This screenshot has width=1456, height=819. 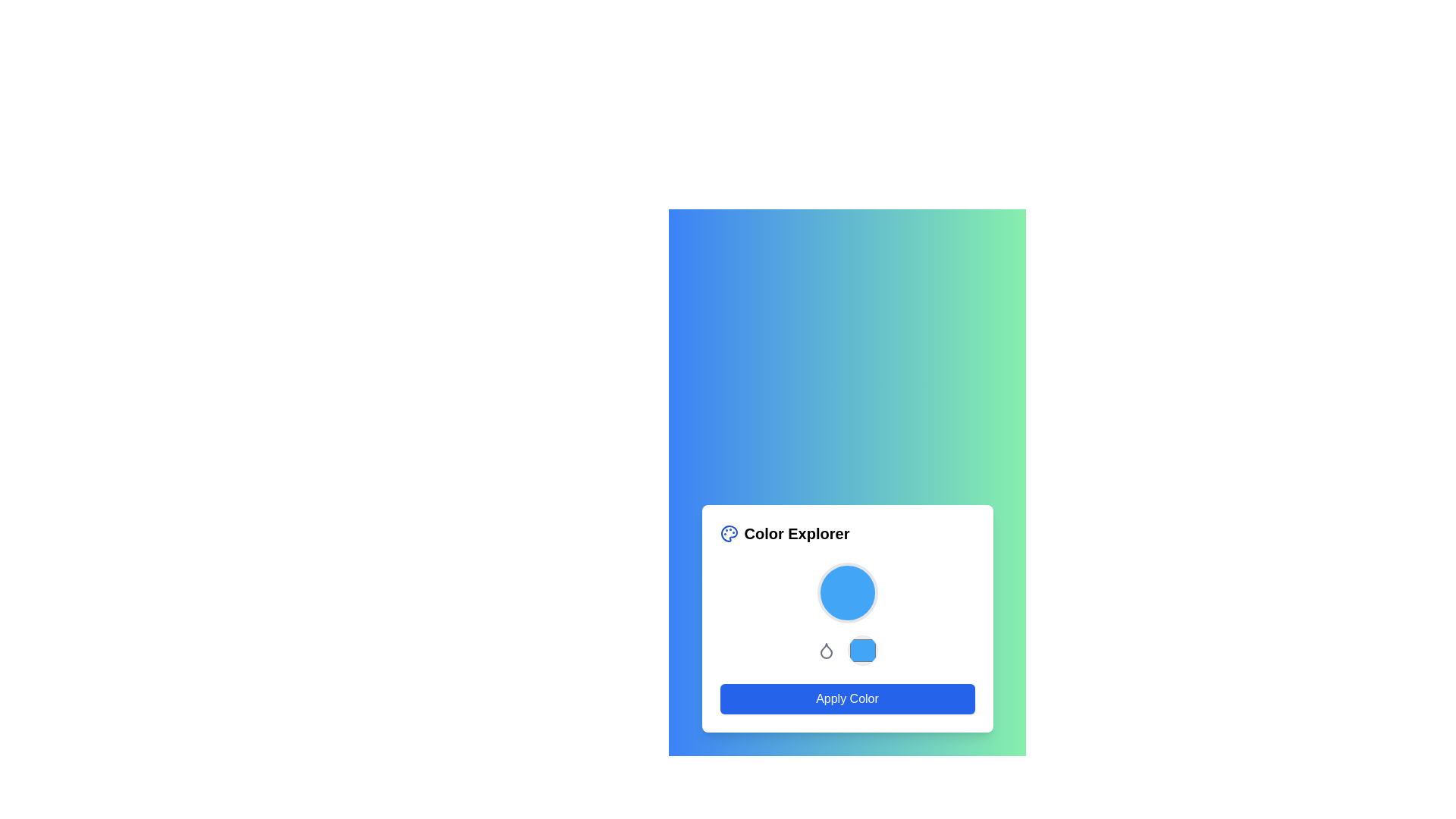 What do you see at coordinates (825, 650) in the screenshot?
I see `the droplet icon located in the center-bottom area of the 'Color Explorer' UI card, which likely serves a purpose related to color selection or effects` at bounding box center [825, 650].